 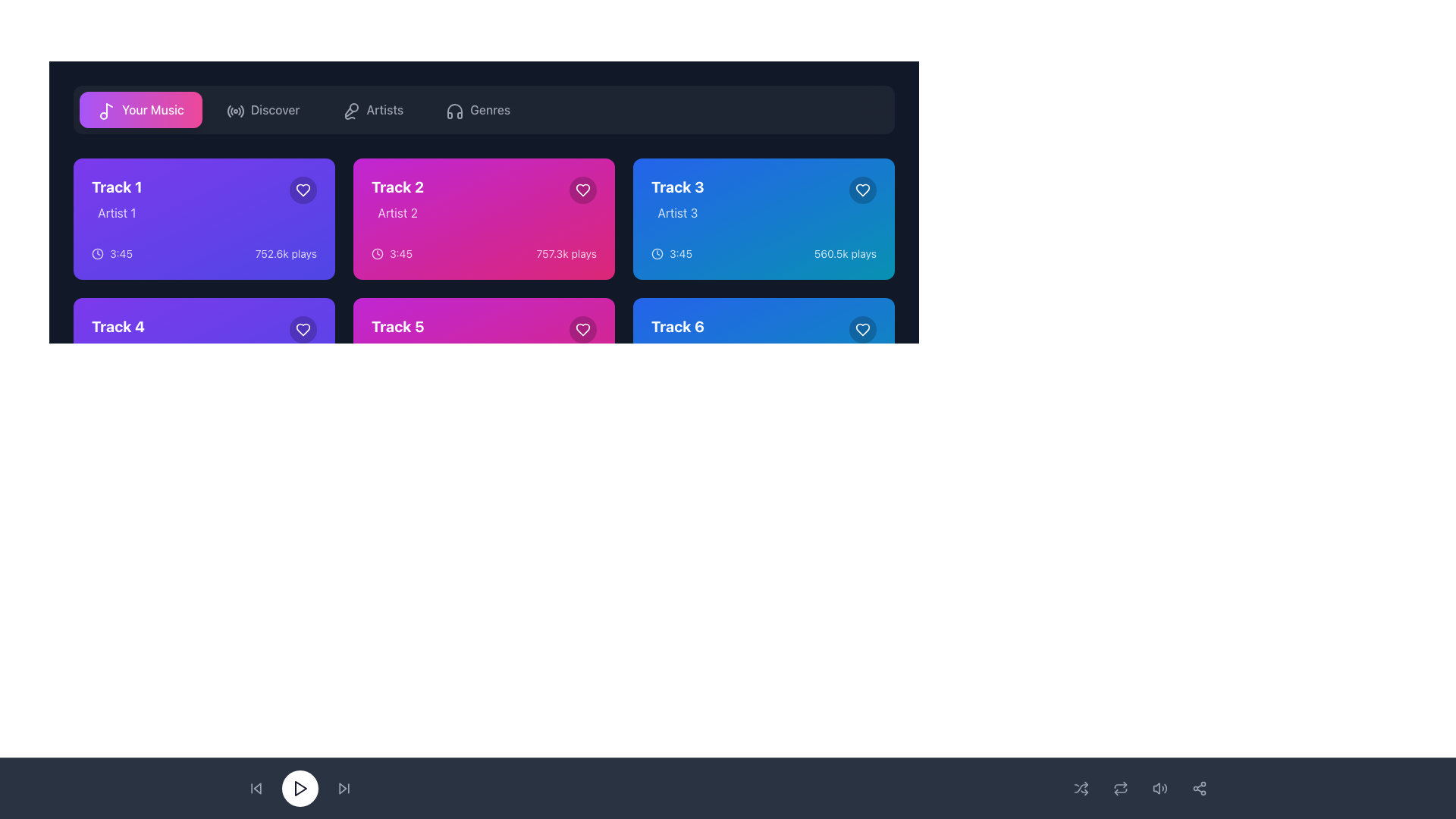 What do you see at coordinates (118, 326) in the screenshot?
I see `the bold, white text label 'Track 4' positioned at the top-left corner of its card, which is in the second row and first column of the grid layout` at bounding box center [118, 326].